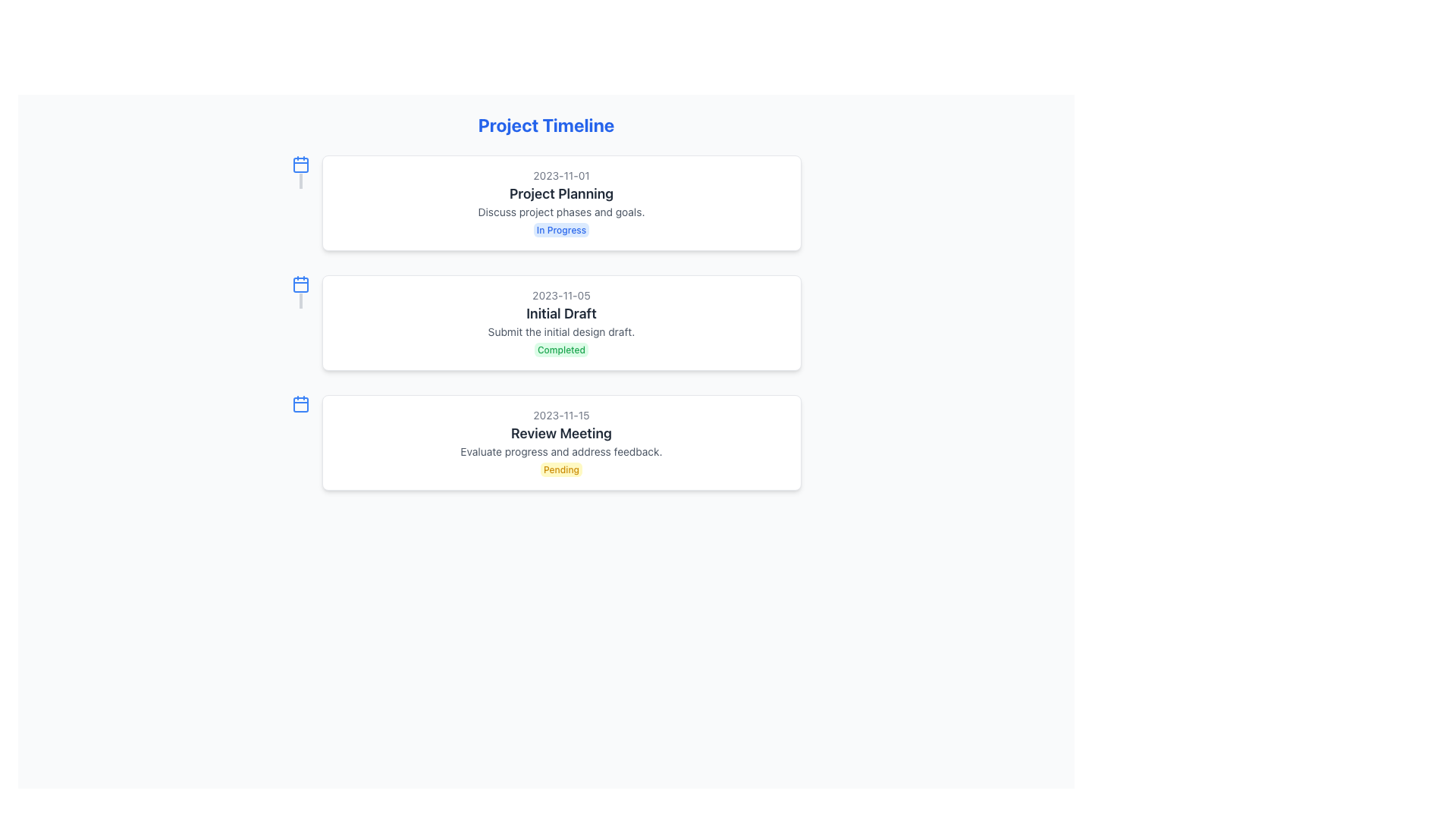  Describe the element at coordinates (560, 295) in the screenshot. I see `the Static Text element that provides a timestamp or date, located above the 'Initial Draft' text` at that location.